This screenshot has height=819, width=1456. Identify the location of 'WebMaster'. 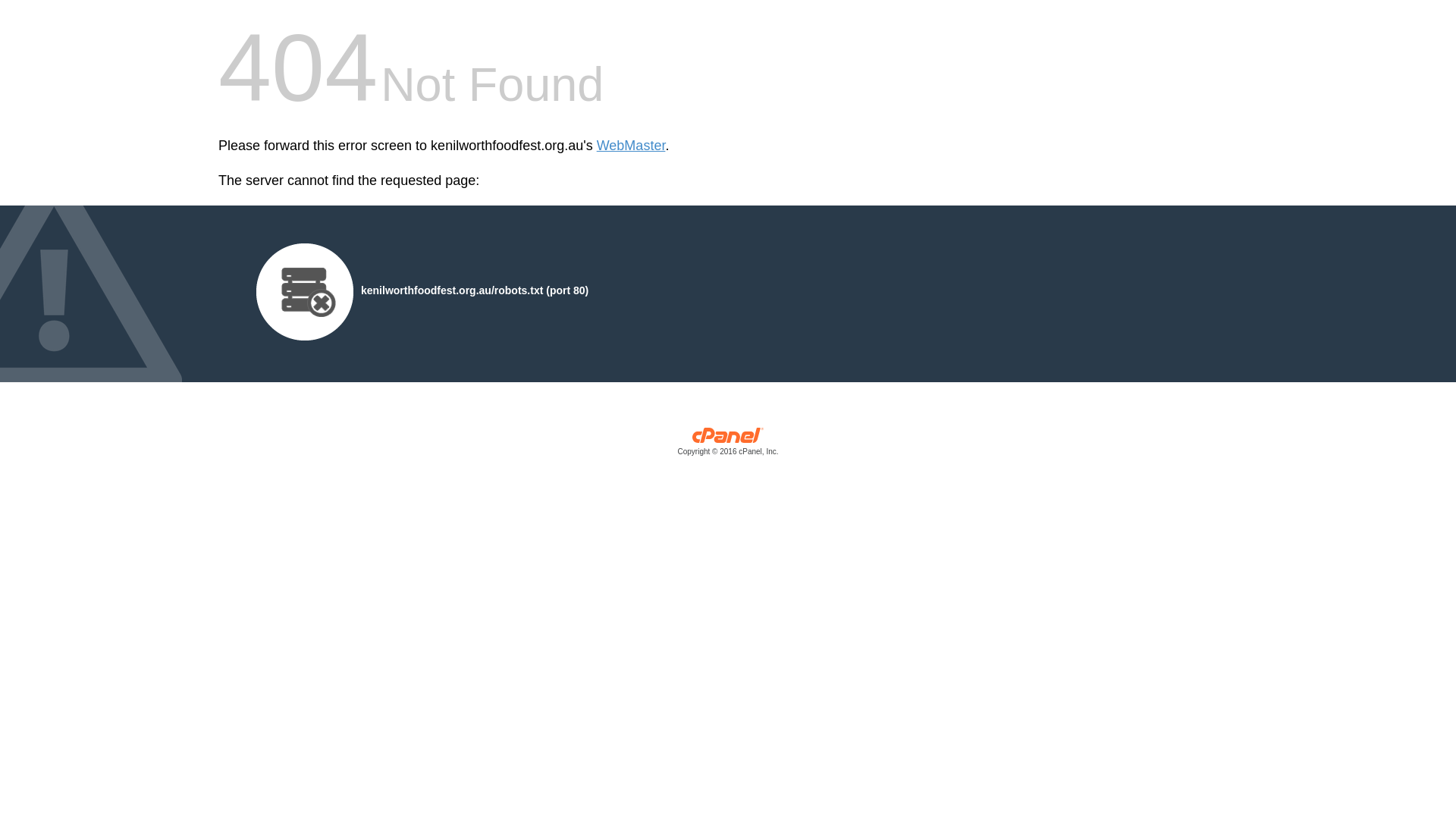
(596, 146).